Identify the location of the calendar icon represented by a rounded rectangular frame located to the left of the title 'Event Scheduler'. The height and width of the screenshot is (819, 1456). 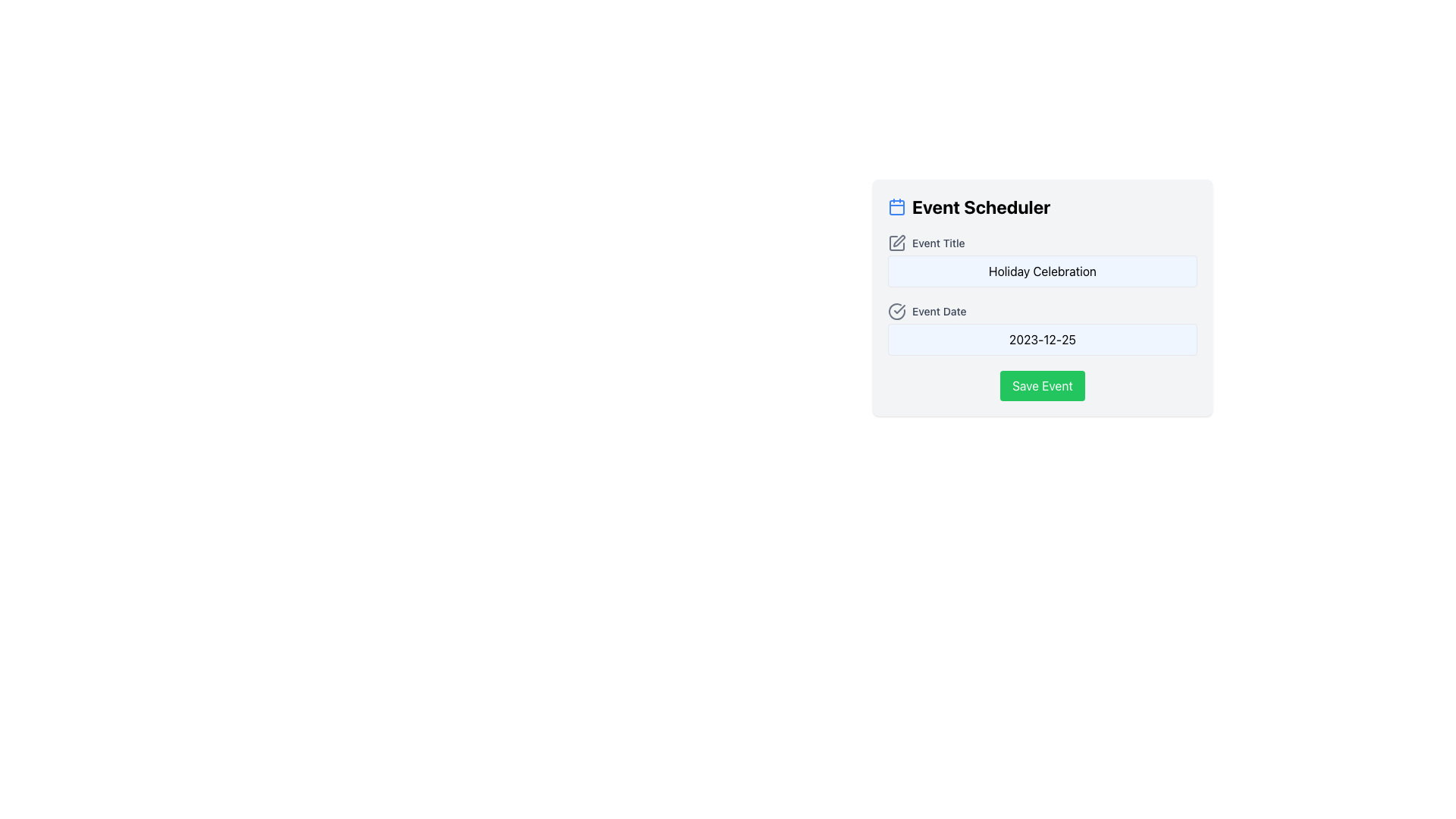
(896, 207).